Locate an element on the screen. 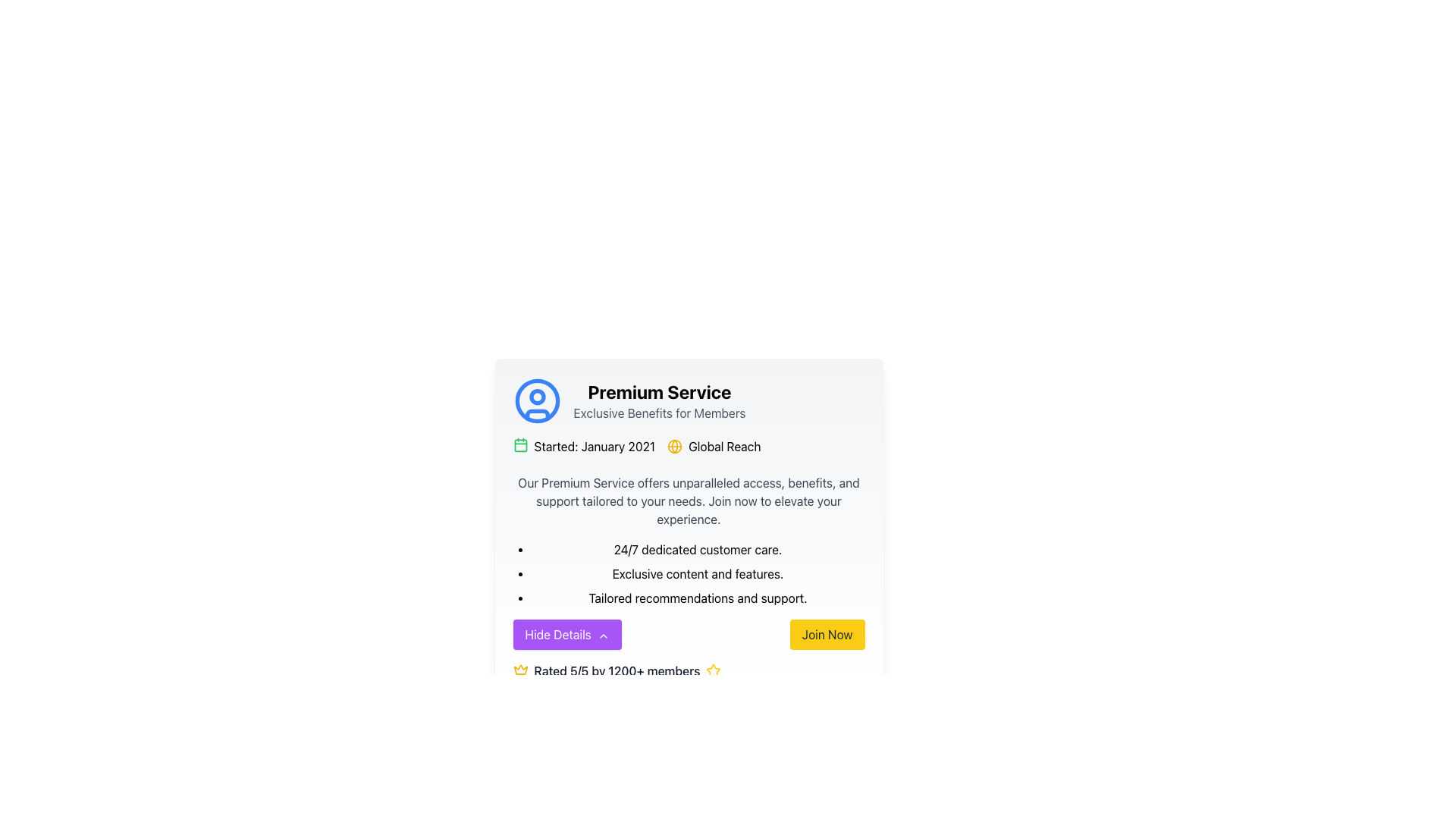  the decorative circle within the user icon located at the top left corner of the 'Premium Service' section is located at coordinates (537, 396).